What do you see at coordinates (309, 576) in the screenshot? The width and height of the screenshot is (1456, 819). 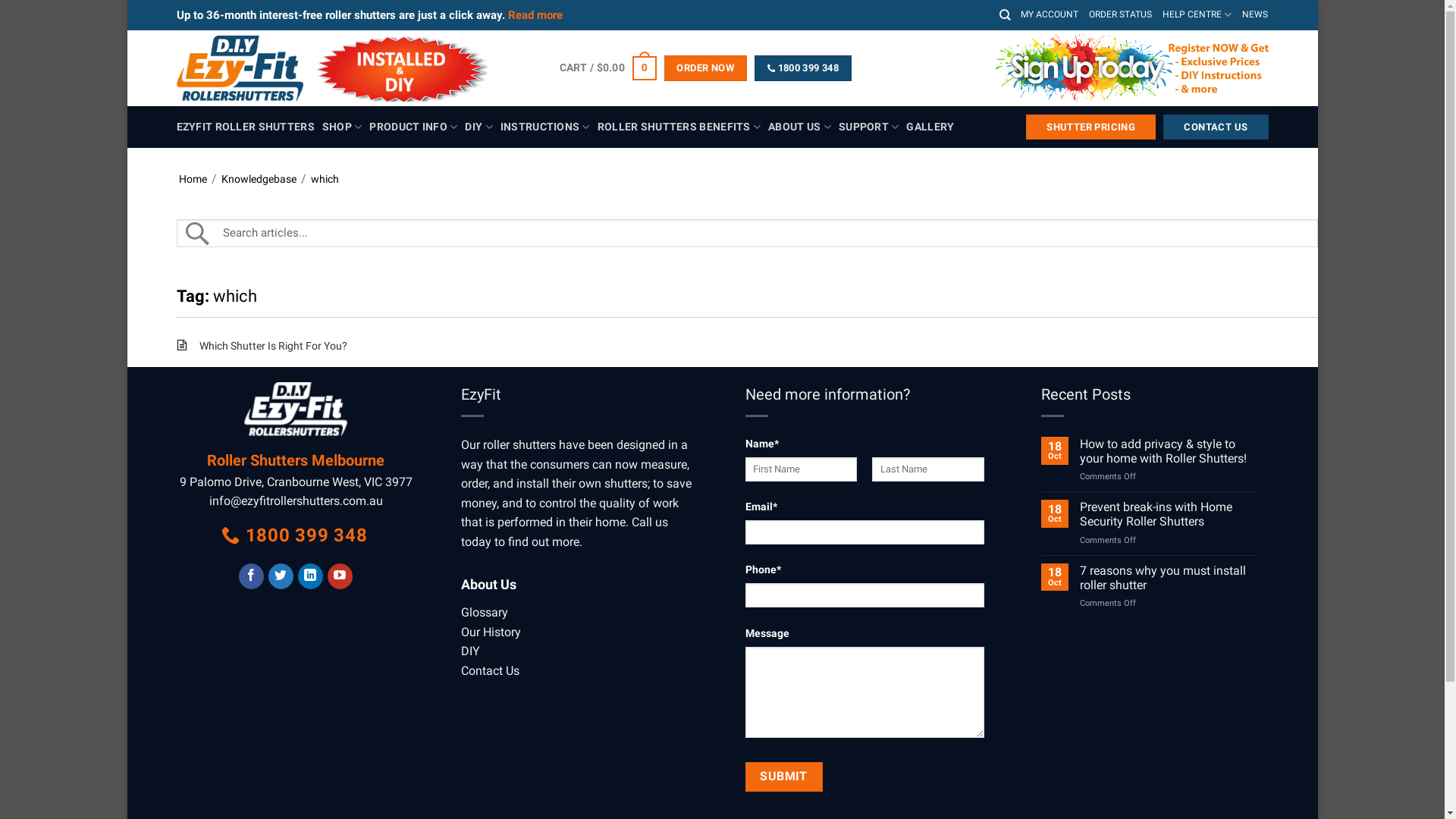 I see `'Follow on LinkedIn'` at bounding box center [309, 576].